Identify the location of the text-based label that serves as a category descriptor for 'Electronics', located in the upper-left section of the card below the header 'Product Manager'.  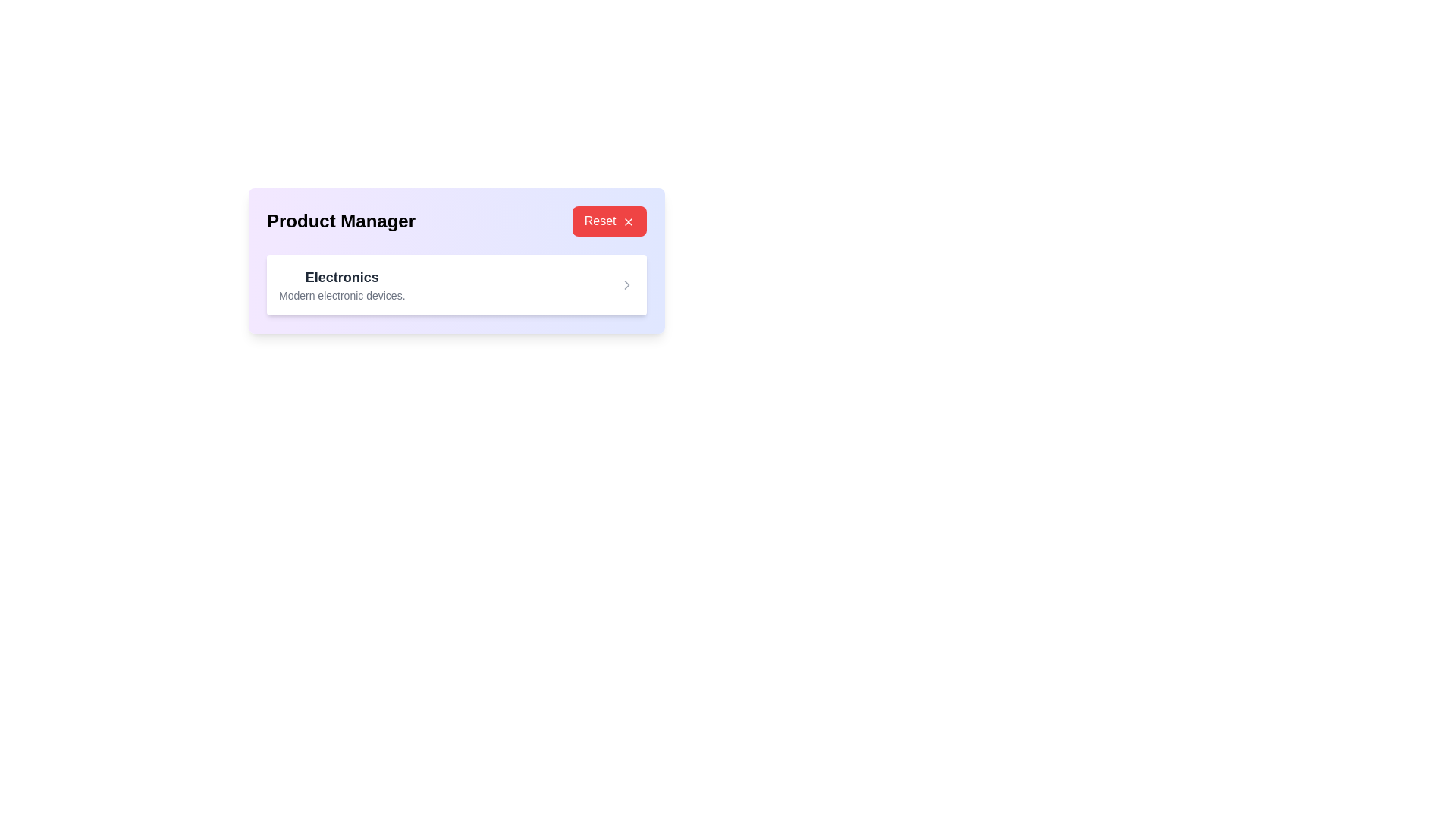
(341, 284).